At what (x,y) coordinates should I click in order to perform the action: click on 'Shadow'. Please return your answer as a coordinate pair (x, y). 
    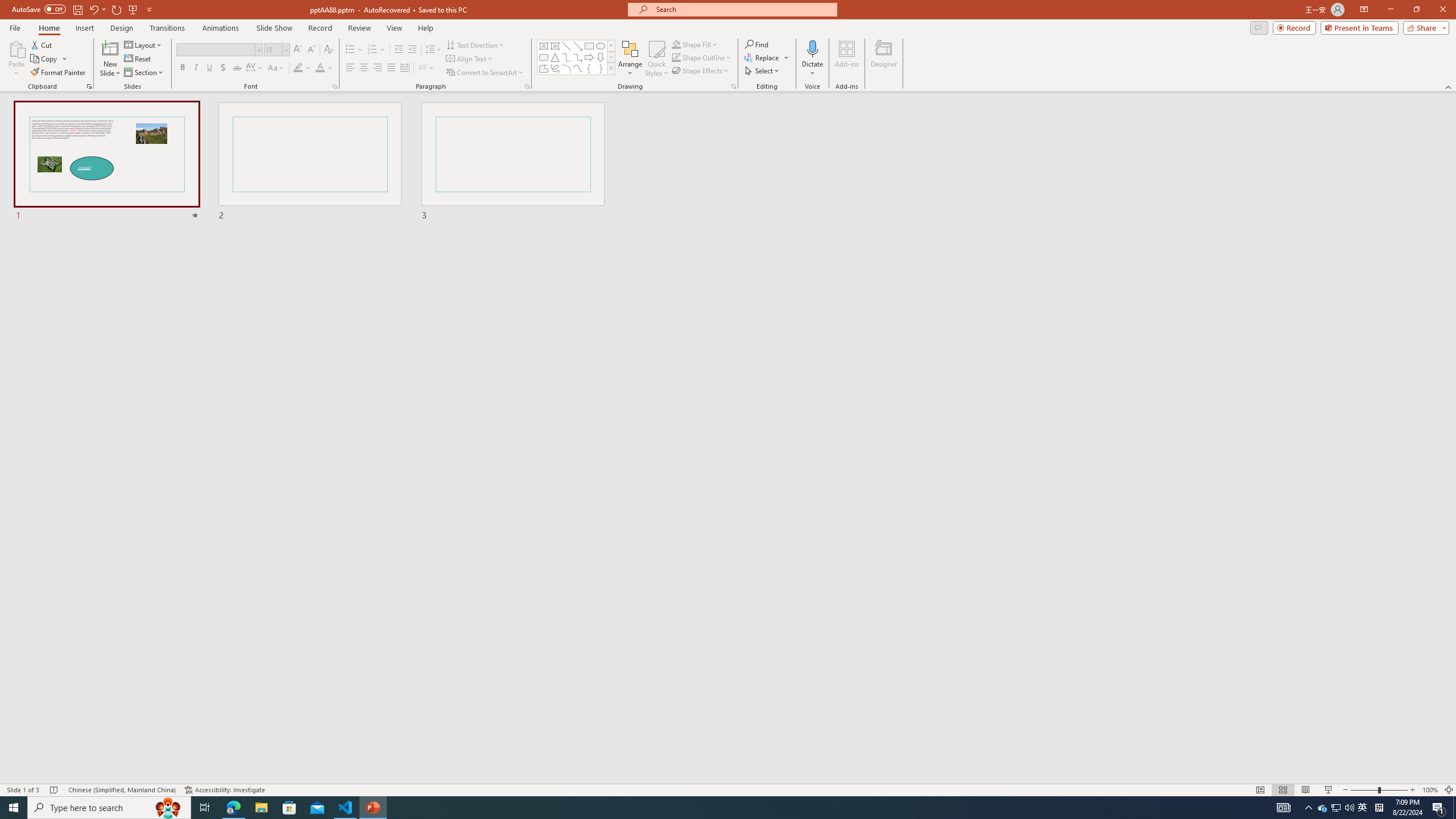
    Looking at the image, I should click on (222, 67).